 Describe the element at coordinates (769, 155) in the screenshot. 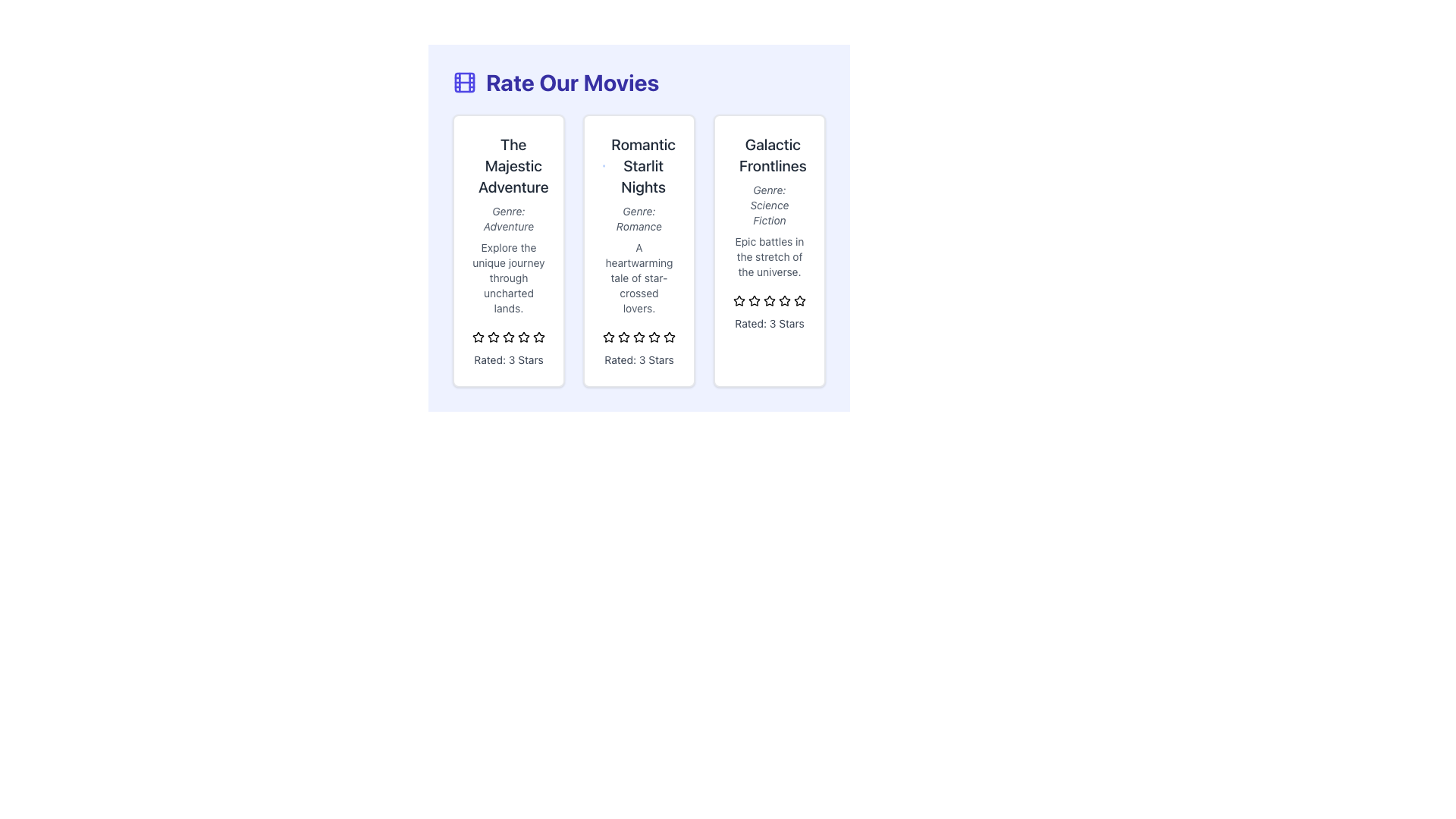

I see `the text label displaying the title 'Galactic Frontlines', which is located at the topmost area of the third card in the horizontally aligned card layout` at that location.